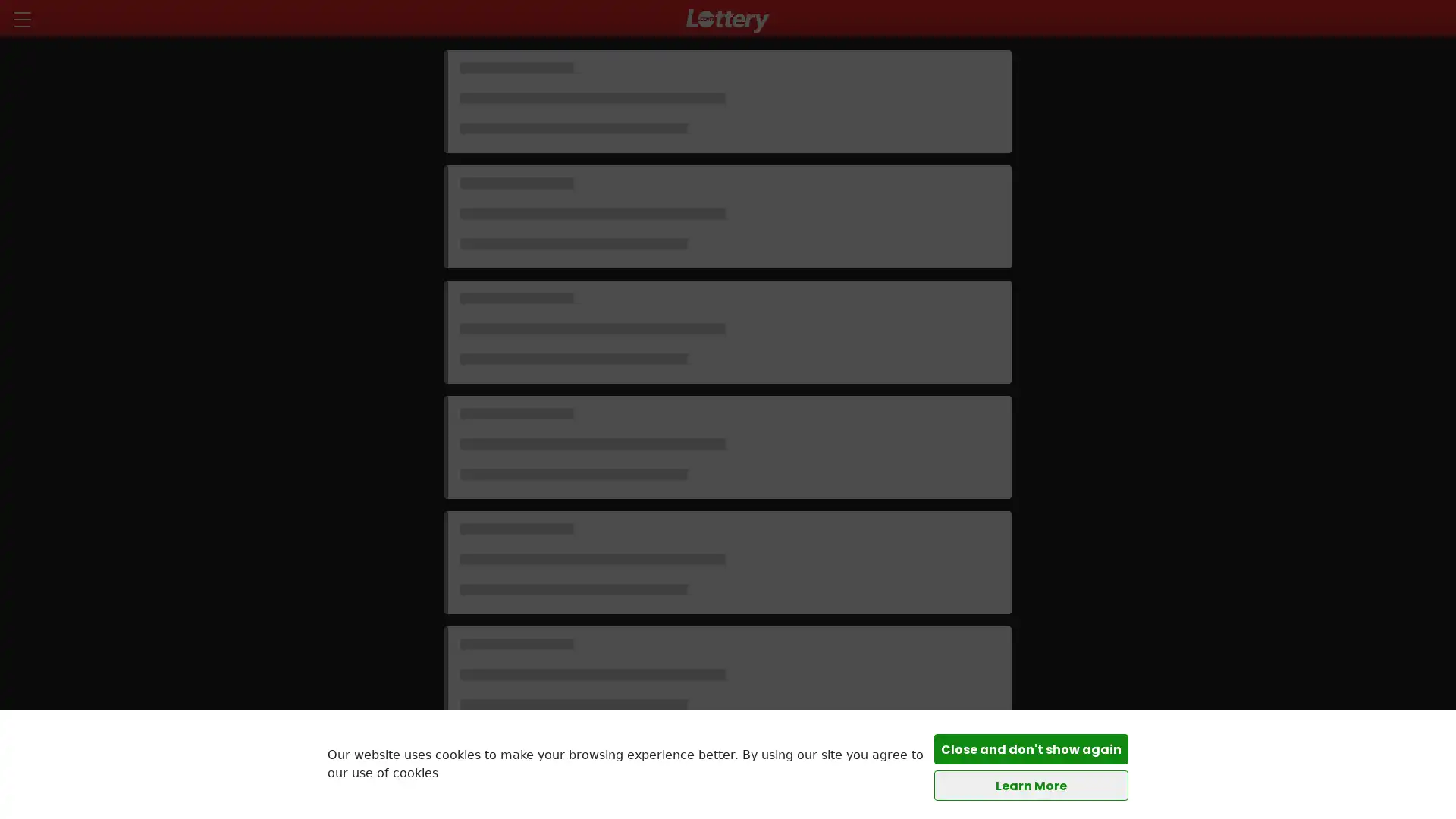  What do you see at coordinates (962, 240) in the screenshot?
I see `$2.00` at bounding box center [962, 240].